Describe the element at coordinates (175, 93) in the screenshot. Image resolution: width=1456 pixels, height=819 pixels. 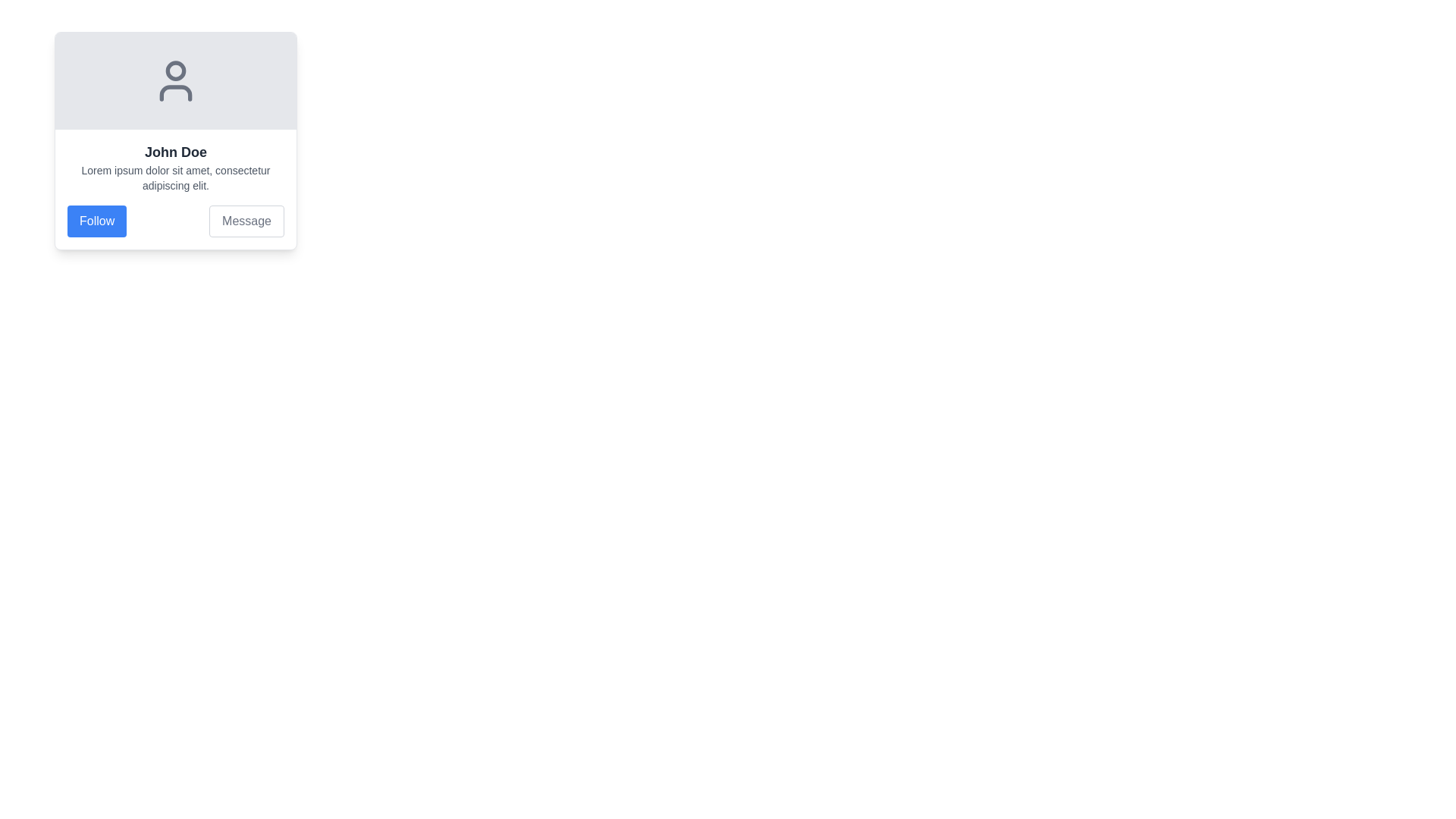
I see `the decorative bottom part of the user icon located at the top of the card component` at that location.